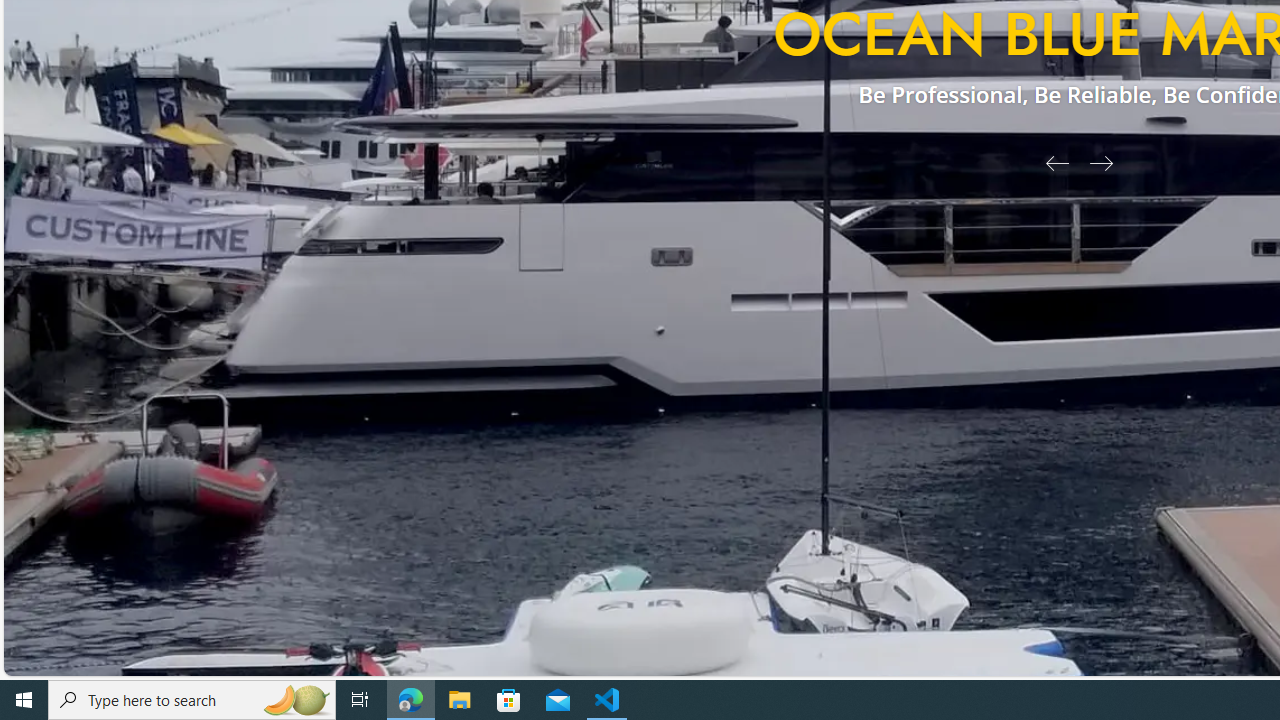 The width and height of the screenshot is (1280, 720). I want to click on 'Next Slide', so click(1108, 161).